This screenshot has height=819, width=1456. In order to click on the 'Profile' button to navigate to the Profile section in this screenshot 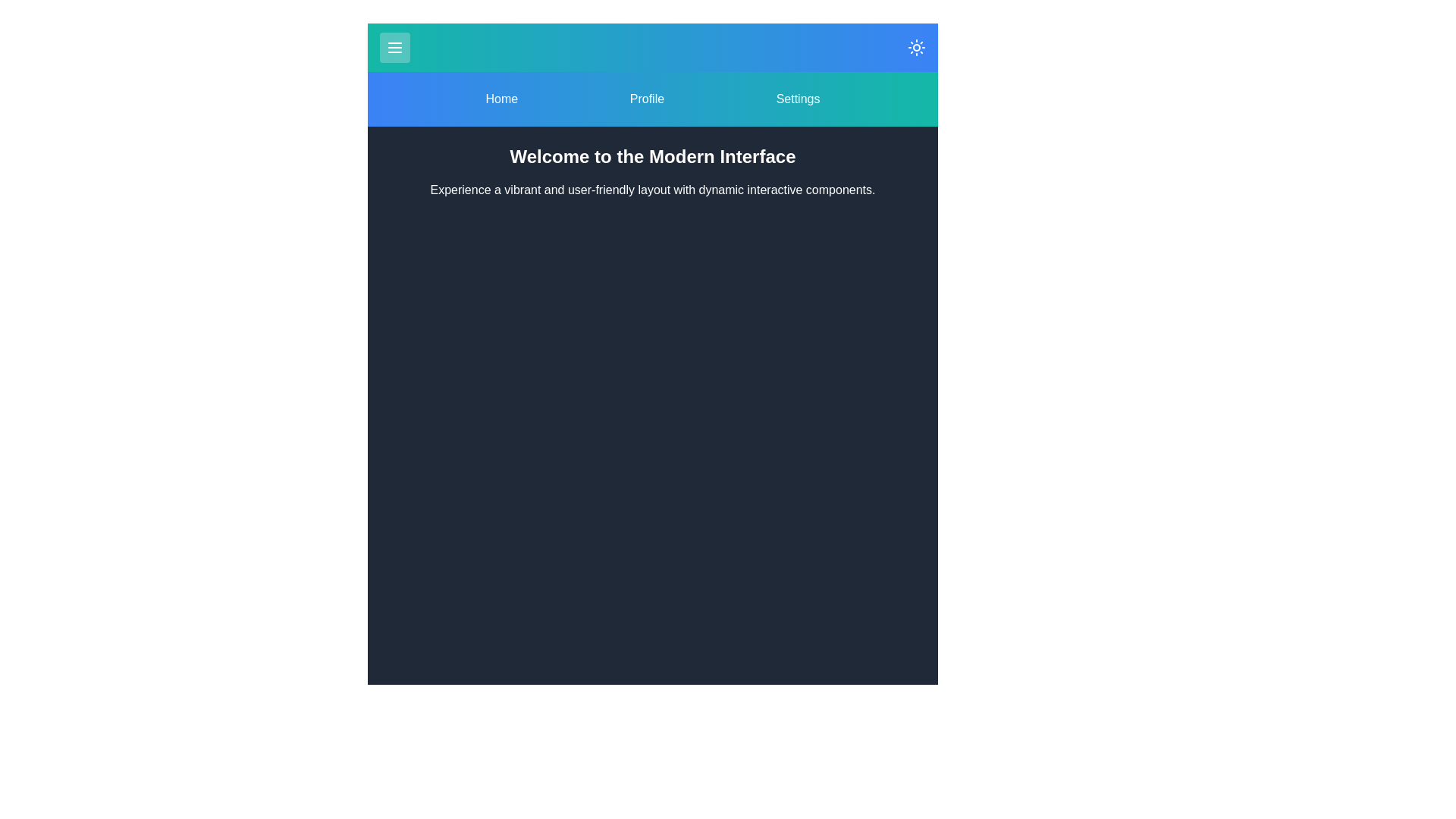, I will do `click(647, 99)`.